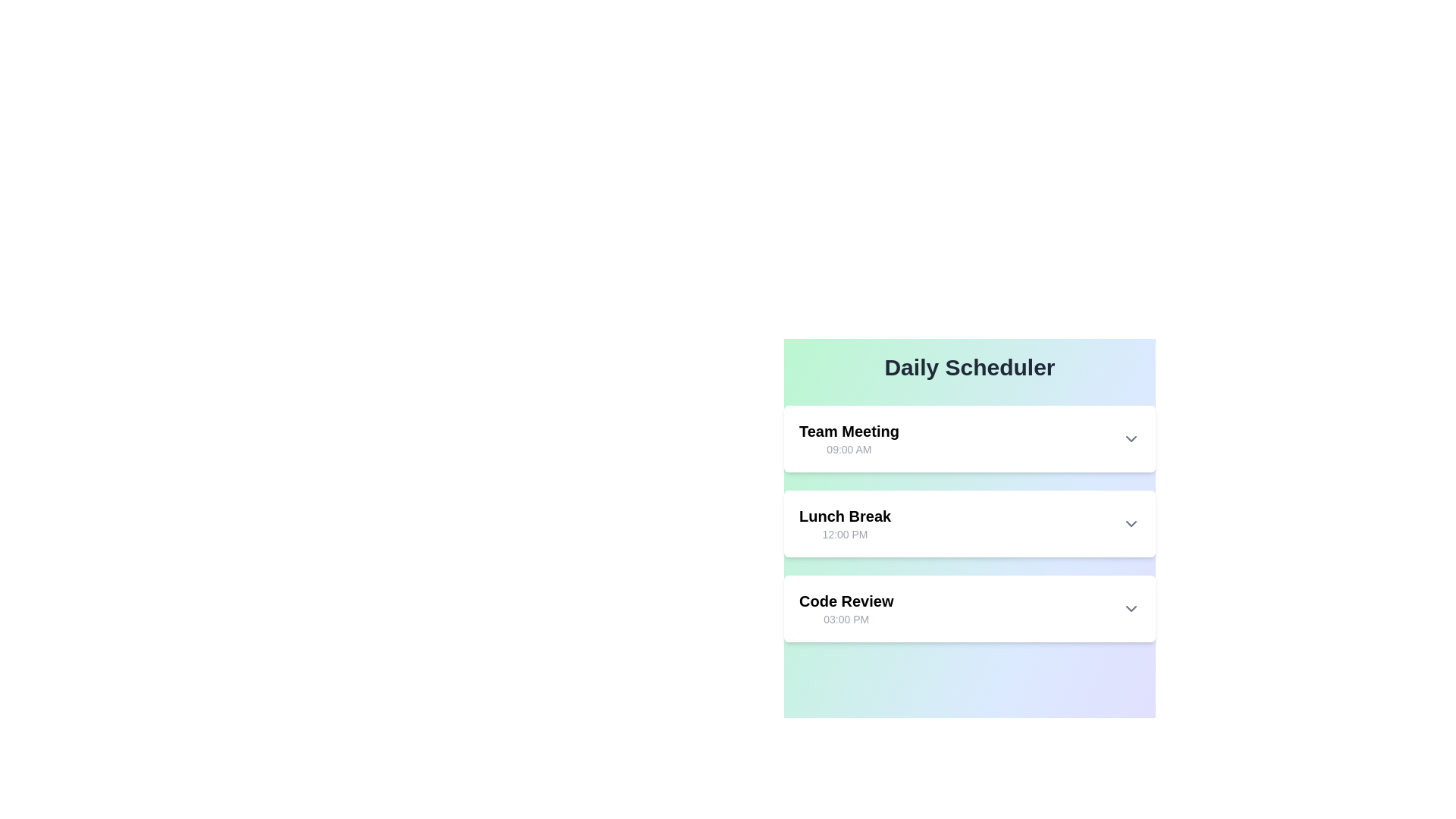 The height and width of the screenshot is (819, 1456). I want to click on the text element indicating the name of the scheduled event, located between 'Team Meeting' and 'Code Review', which is part of a daily schedule, so click(844, 516).